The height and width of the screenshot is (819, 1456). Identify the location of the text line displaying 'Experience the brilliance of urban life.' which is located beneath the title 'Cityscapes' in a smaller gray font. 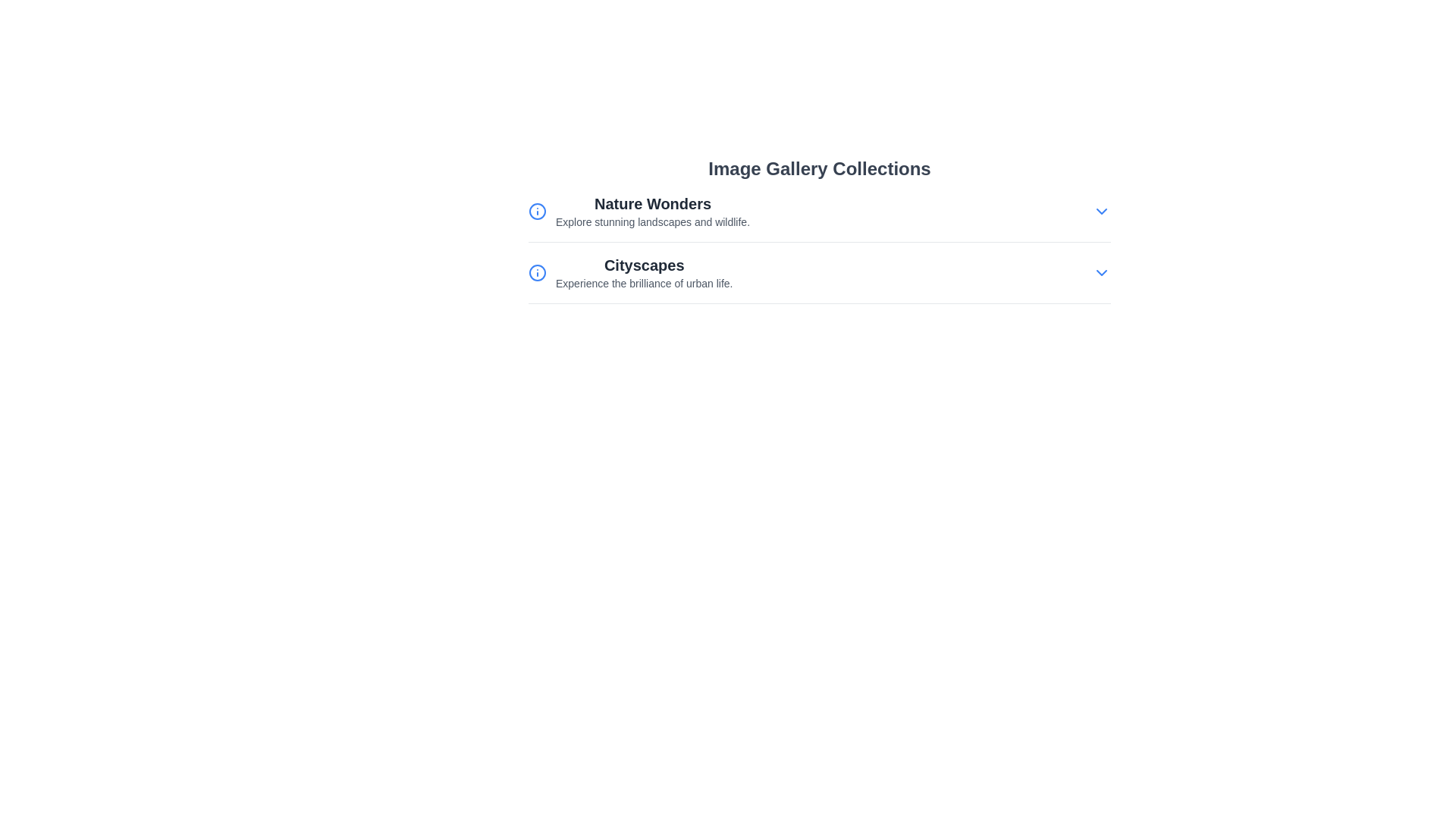
(644, 284).